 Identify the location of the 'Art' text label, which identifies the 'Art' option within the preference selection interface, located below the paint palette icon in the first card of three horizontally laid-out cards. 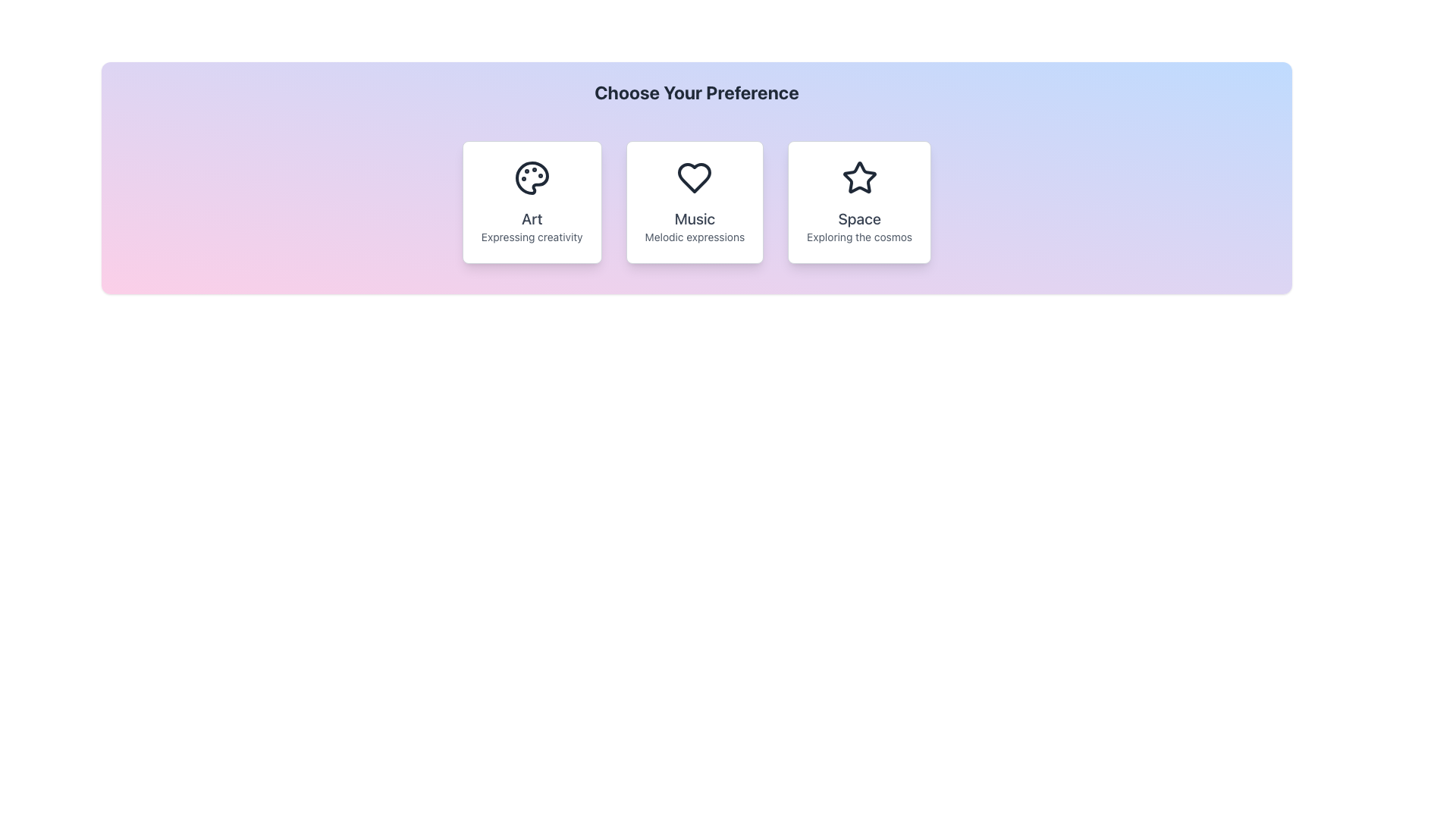
(532, 227).